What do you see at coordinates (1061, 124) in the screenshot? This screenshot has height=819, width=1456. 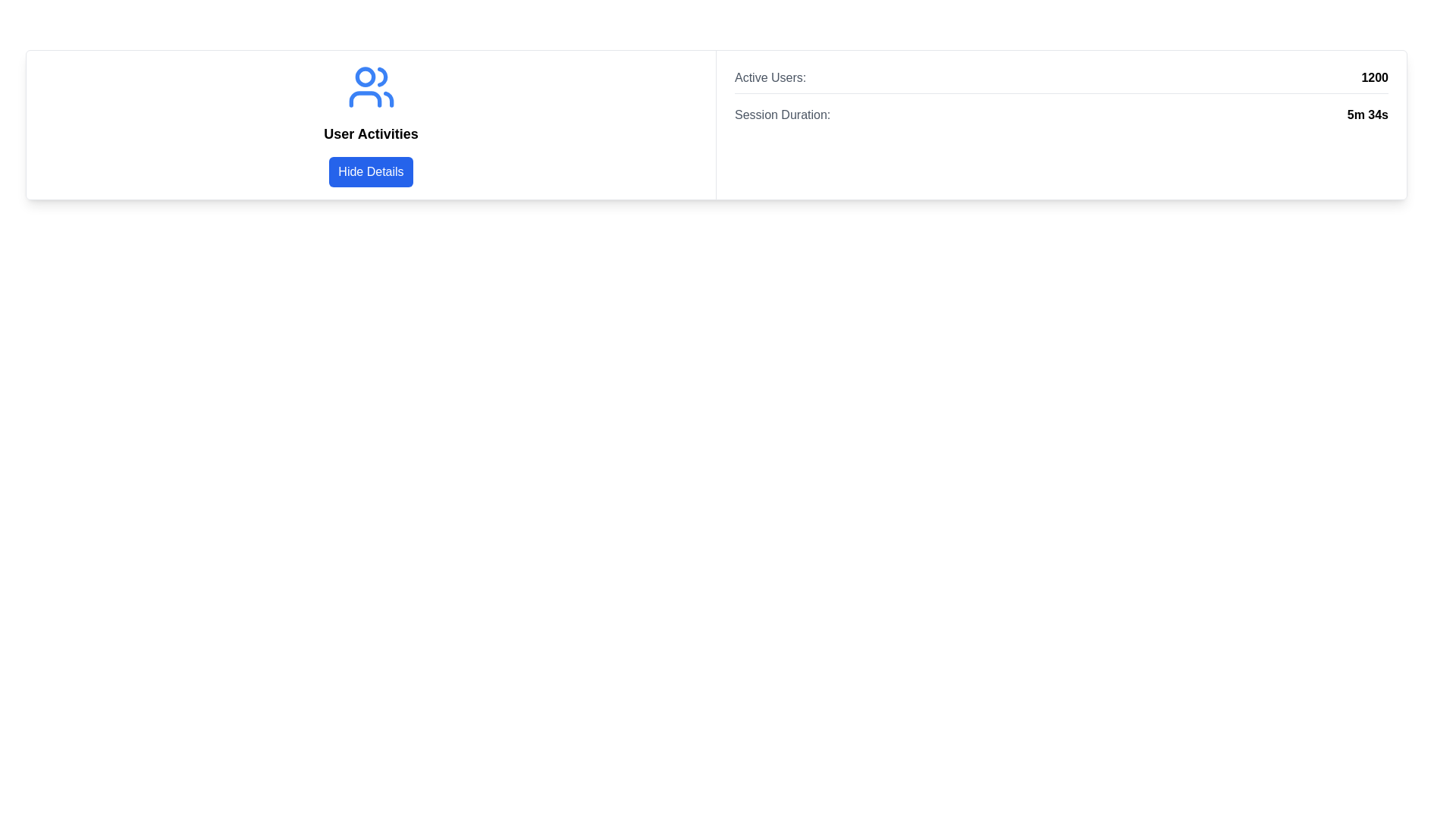 I see `the Information Display Panel, which shows user activity data and is located in the right section of the layout` at bounding box center [1061, 124].